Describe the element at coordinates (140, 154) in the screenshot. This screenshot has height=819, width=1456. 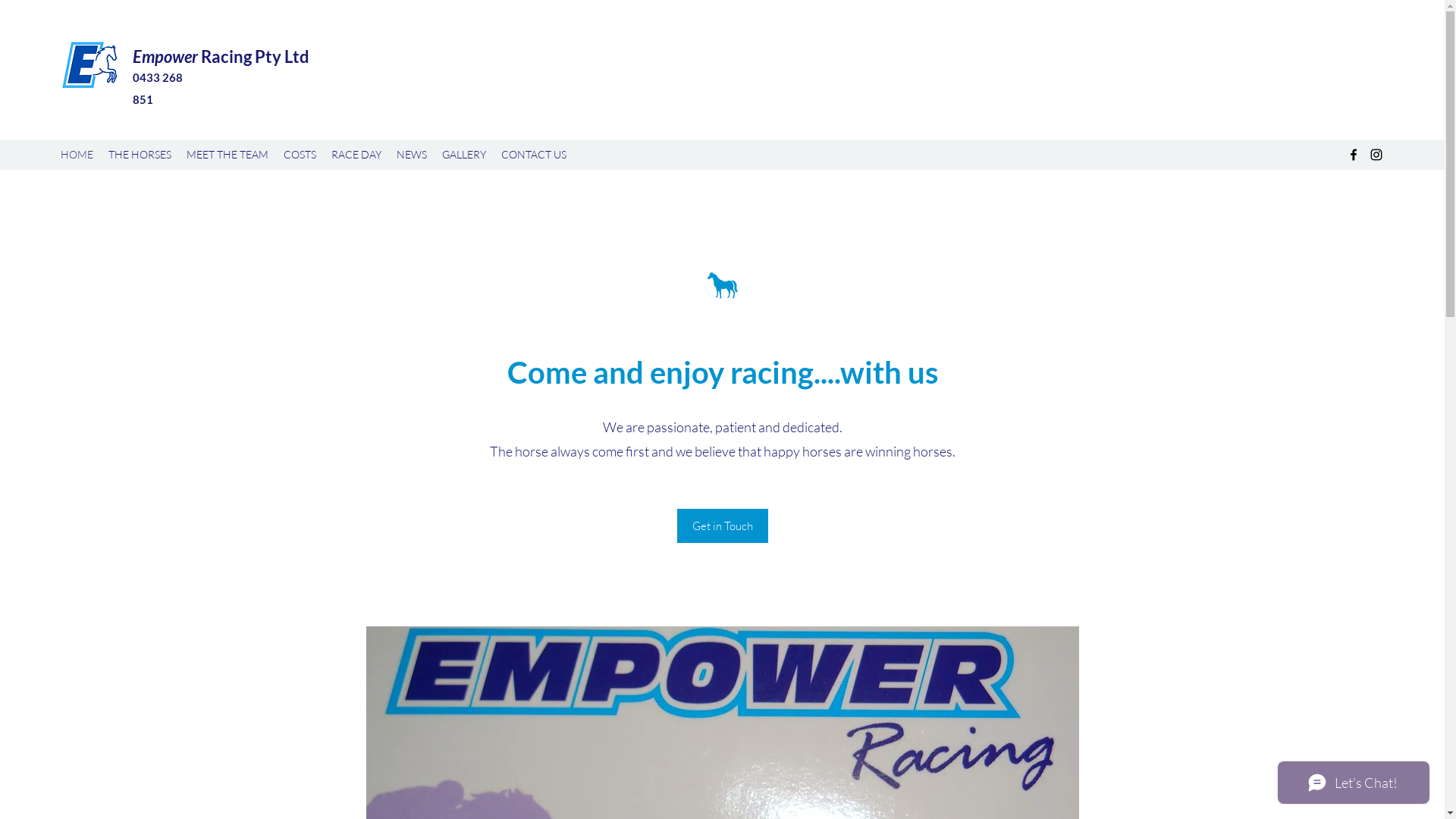
I see `'THE HORSES'` at that location.